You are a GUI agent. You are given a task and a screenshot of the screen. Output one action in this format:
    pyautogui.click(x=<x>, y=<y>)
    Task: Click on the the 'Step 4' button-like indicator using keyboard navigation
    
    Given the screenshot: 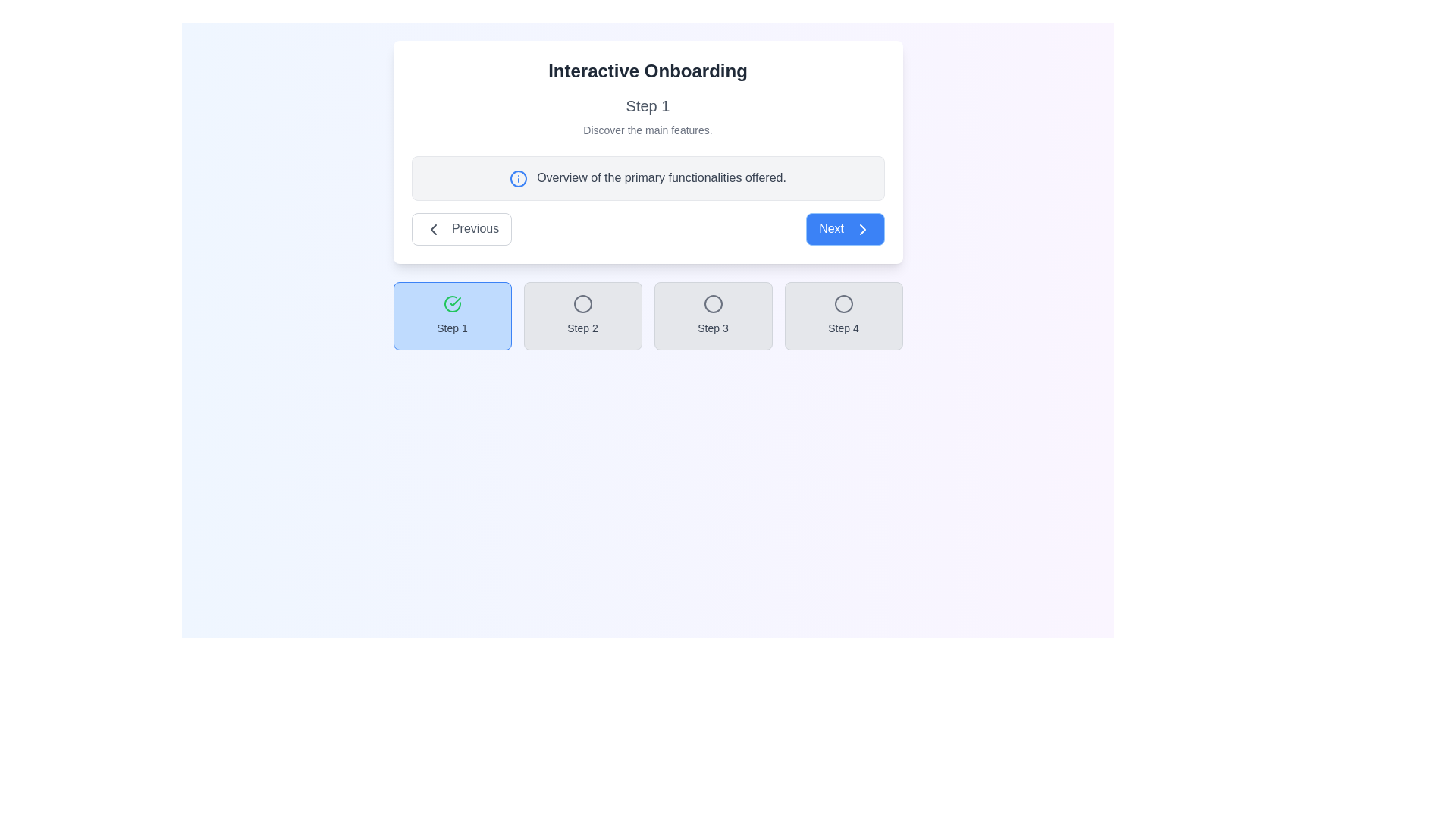 What is the action you would take?
    pyautogui.click(x=843, y=315)
    